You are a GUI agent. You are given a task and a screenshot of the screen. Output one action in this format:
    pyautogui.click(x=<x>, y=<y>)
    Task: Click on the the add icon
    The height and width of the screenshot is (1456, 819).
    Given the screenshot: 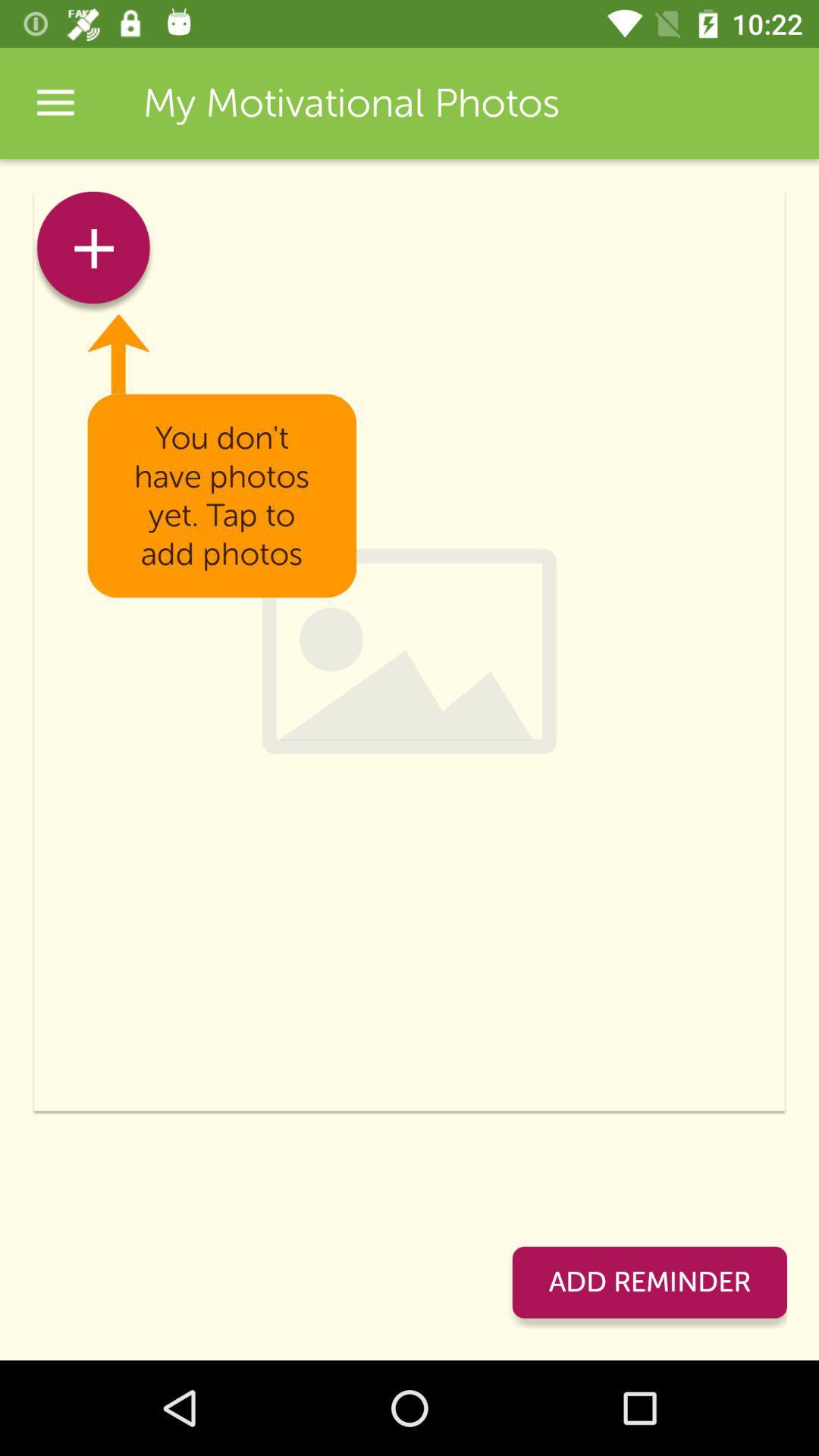 What is the action you would take?
    pyautogui.click(x=93, y=253)
    